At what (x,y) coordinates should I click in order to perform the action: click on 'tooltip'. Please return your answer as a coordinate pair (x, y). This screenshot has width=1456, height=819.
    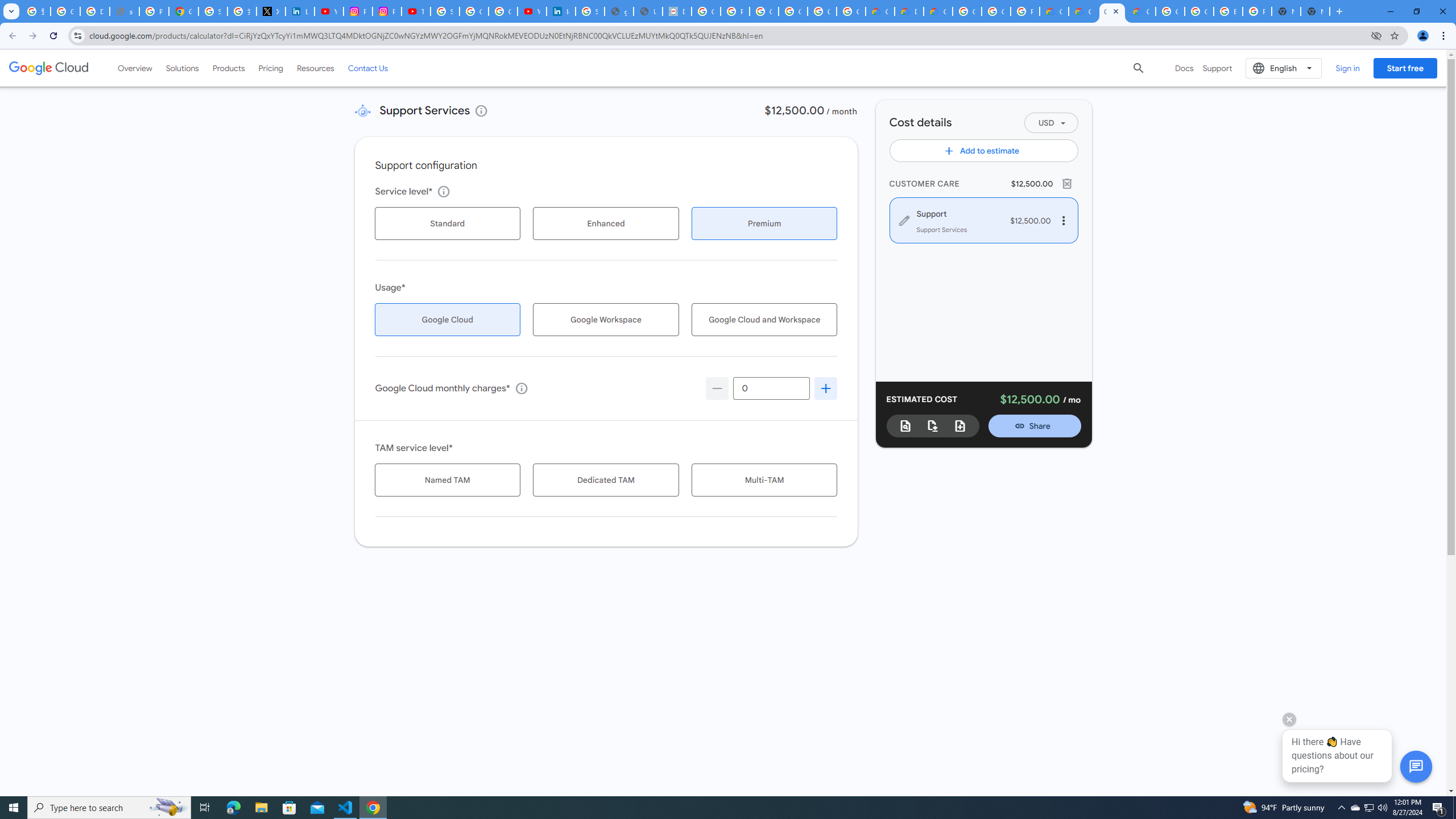
    Looking at the image, I should click on (521, 387).